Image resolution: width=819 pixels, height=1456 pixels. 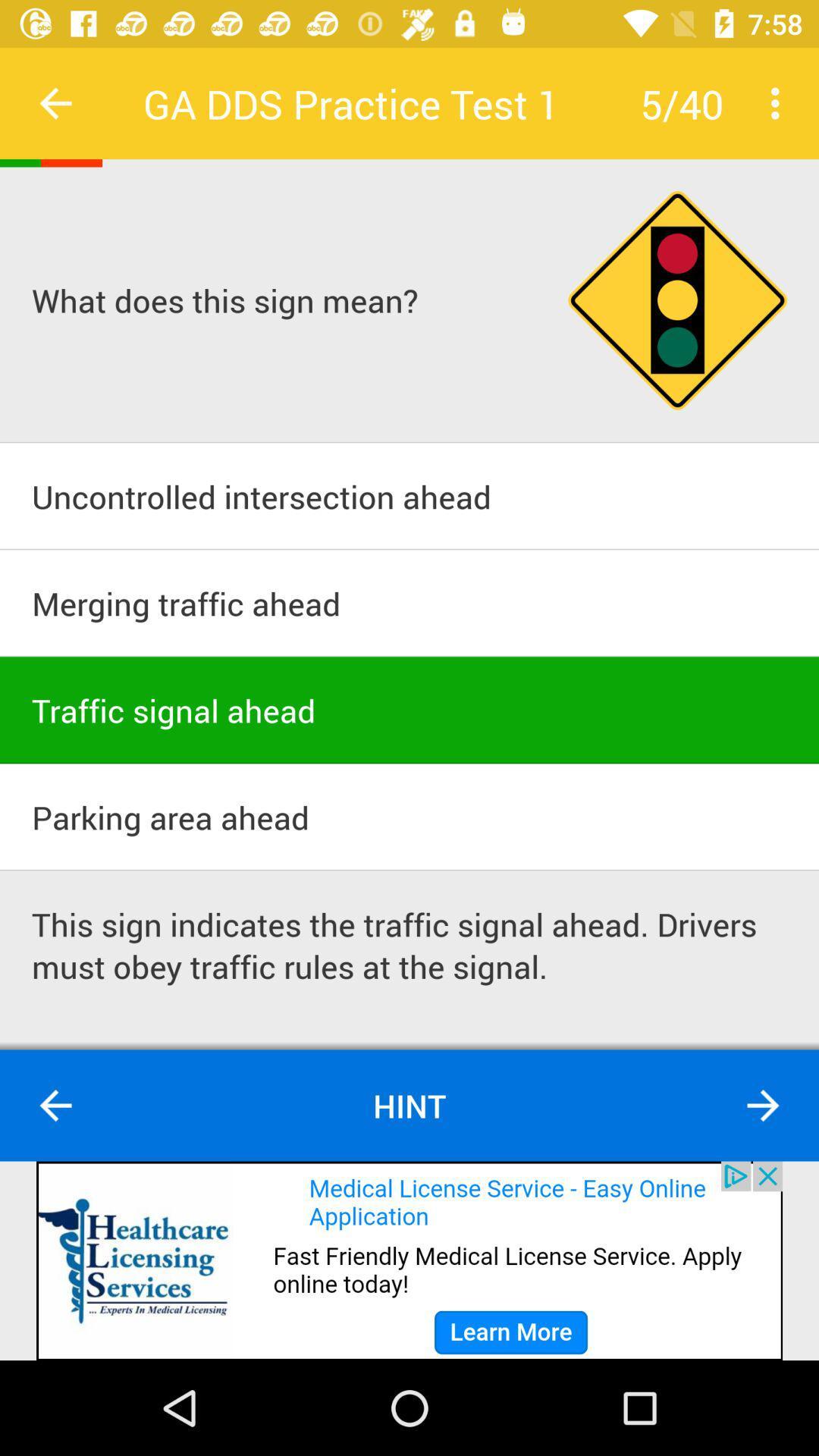 I want to click on next, so click(x=763, y=1106).